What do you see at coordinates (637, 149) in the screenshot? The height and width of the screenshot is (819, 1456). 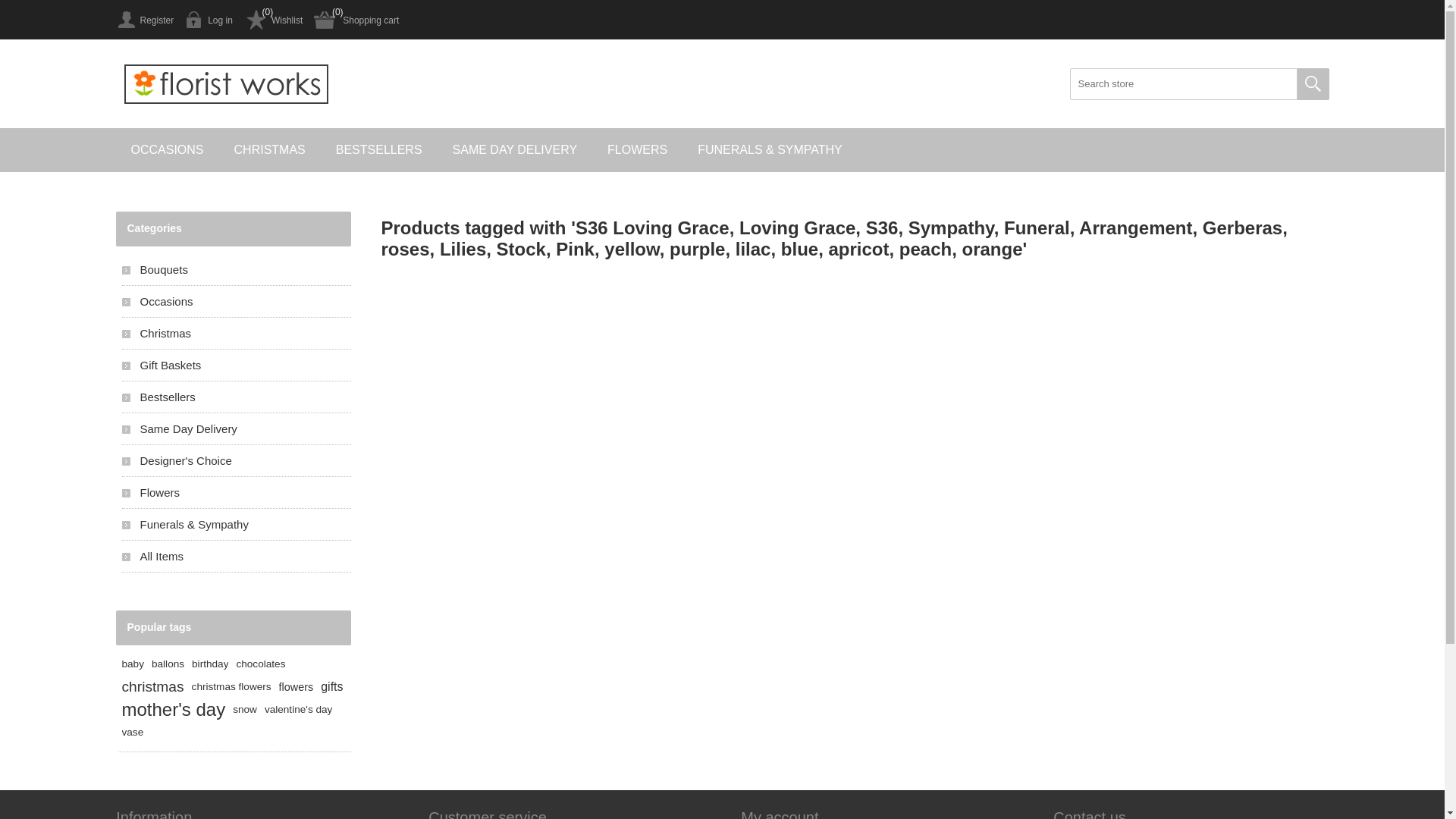 I see `'FLOWERS'` at bounding box center [637, 149].